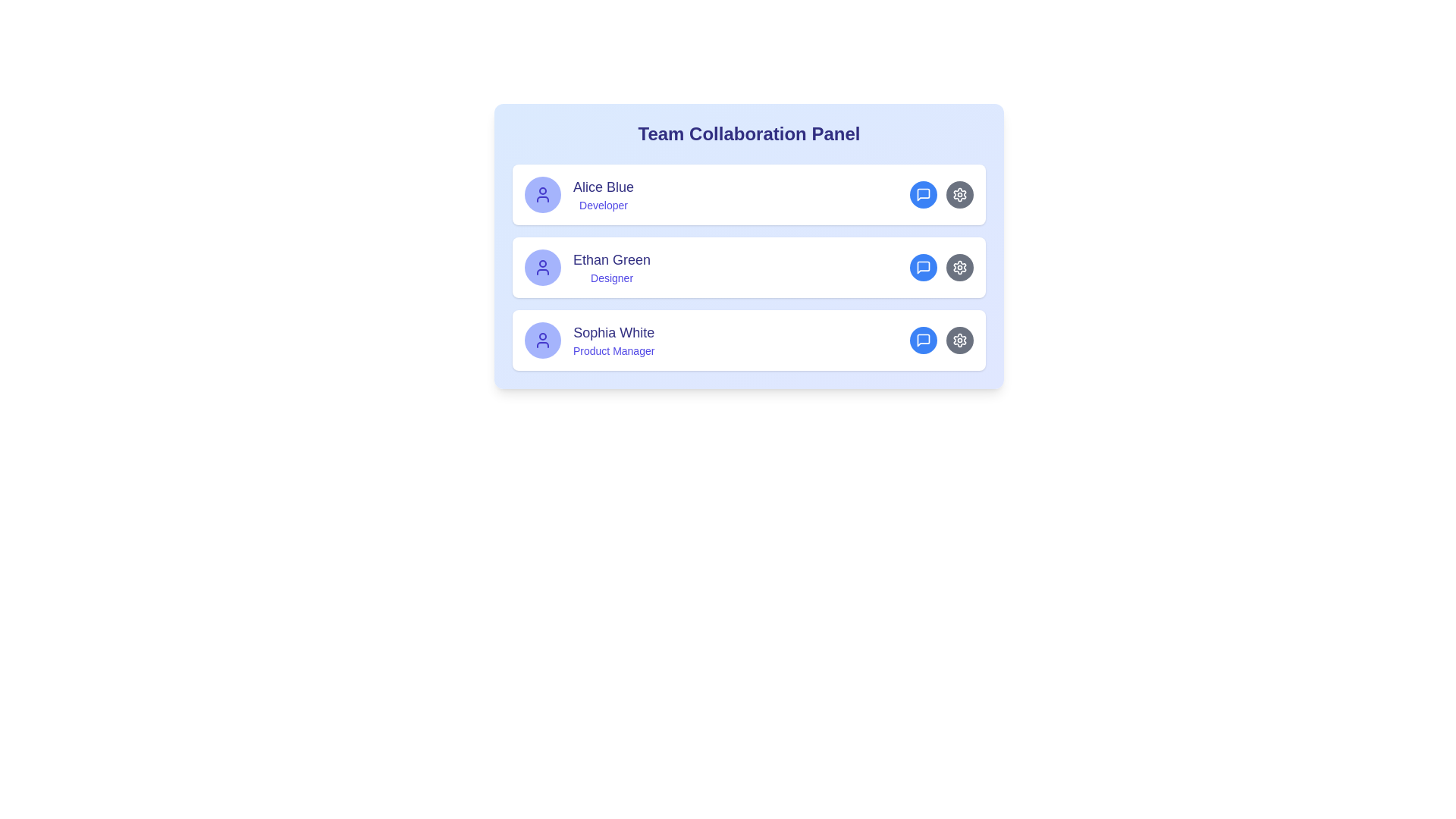 The height and width of the screenshot is (819, 1456). I want to click on the settings button, which is the second circular button located to the right of the speech bubble icon, so click(959, 267).